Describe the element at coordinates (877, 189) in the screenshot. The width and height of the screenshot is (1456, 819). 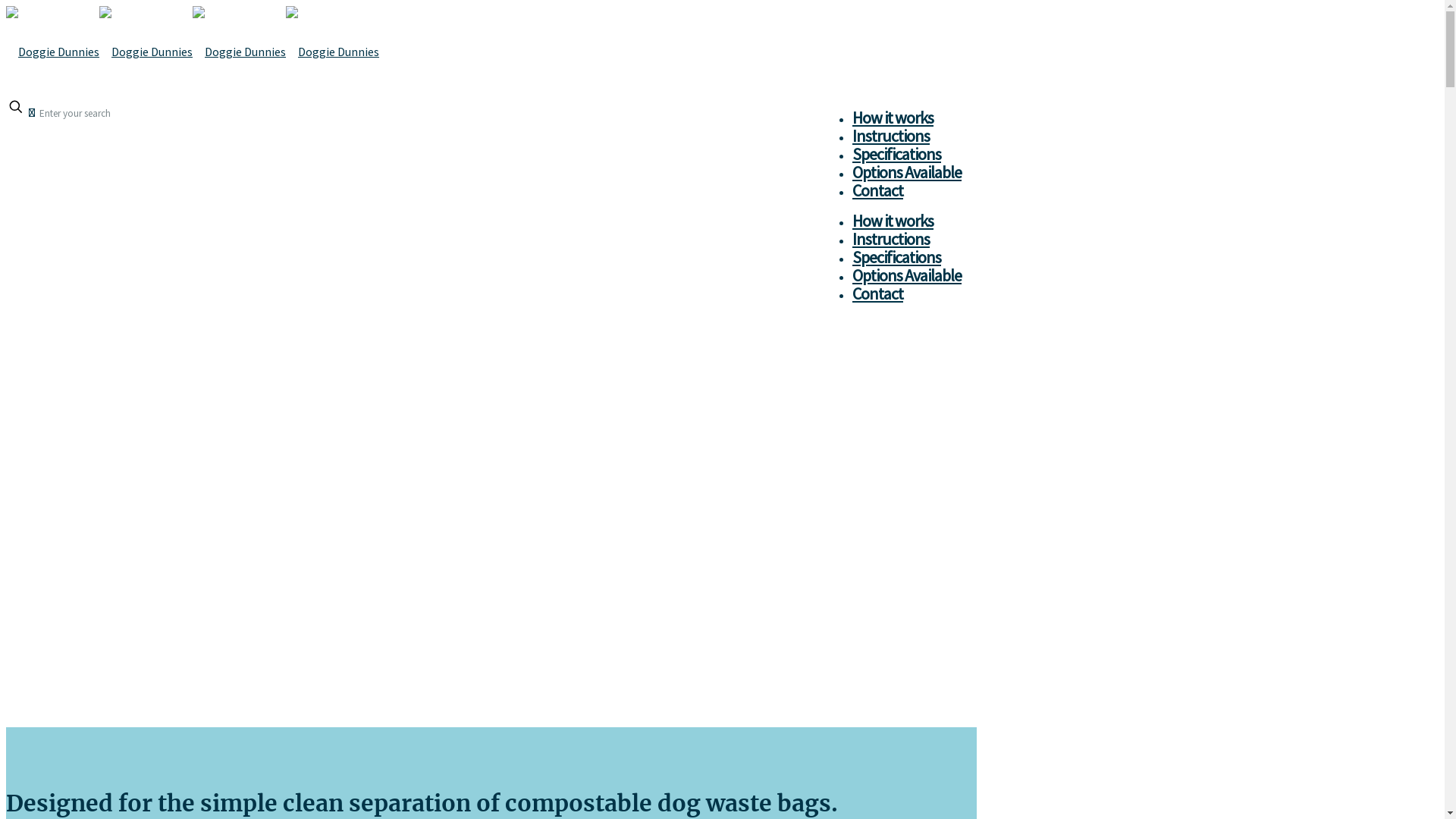
I see `'Contact'` at that location.